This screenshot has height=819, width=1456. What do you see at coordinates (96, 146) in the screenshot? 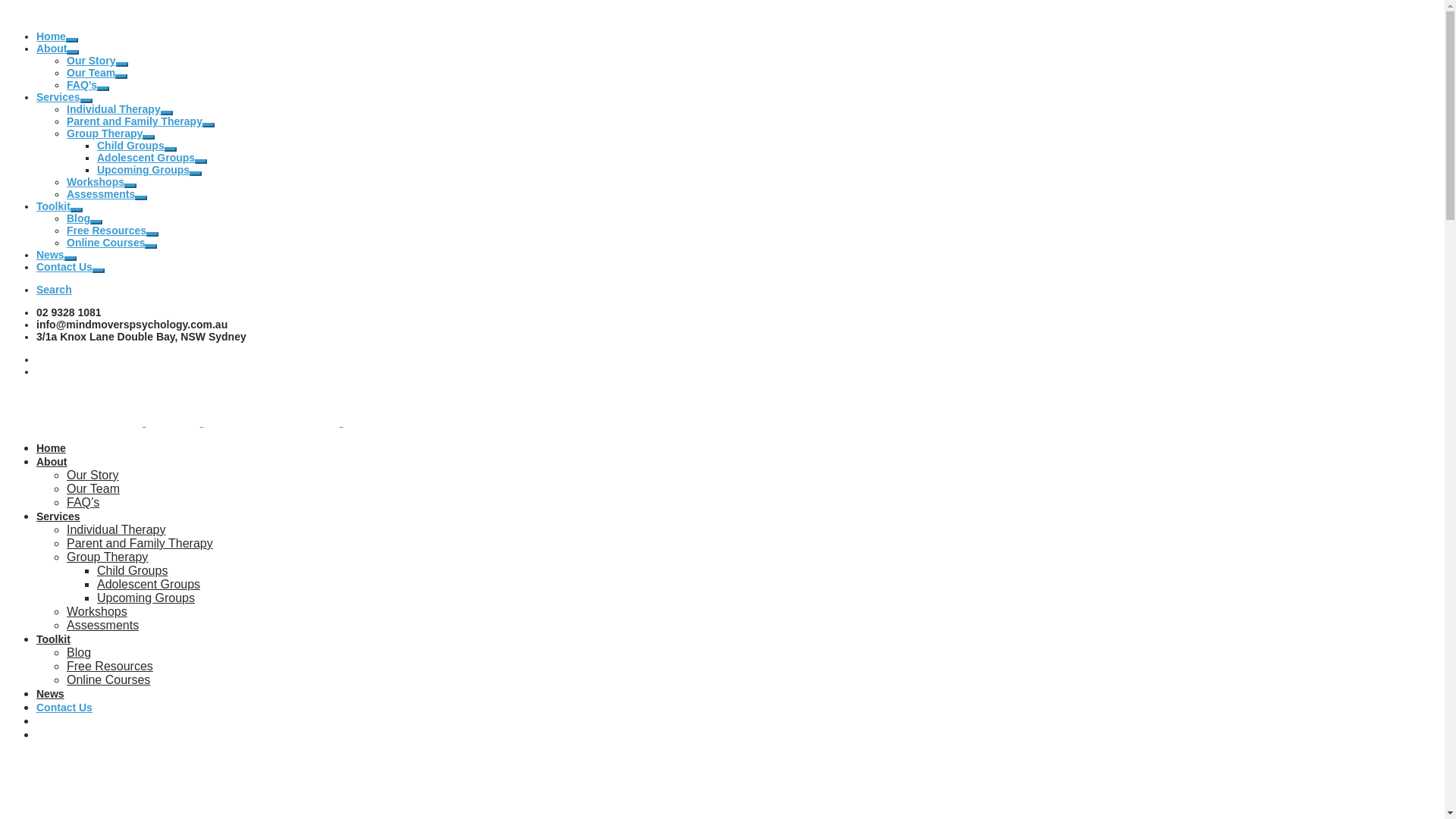
I see `'Child Groups'` at bounding box center [96, 146].